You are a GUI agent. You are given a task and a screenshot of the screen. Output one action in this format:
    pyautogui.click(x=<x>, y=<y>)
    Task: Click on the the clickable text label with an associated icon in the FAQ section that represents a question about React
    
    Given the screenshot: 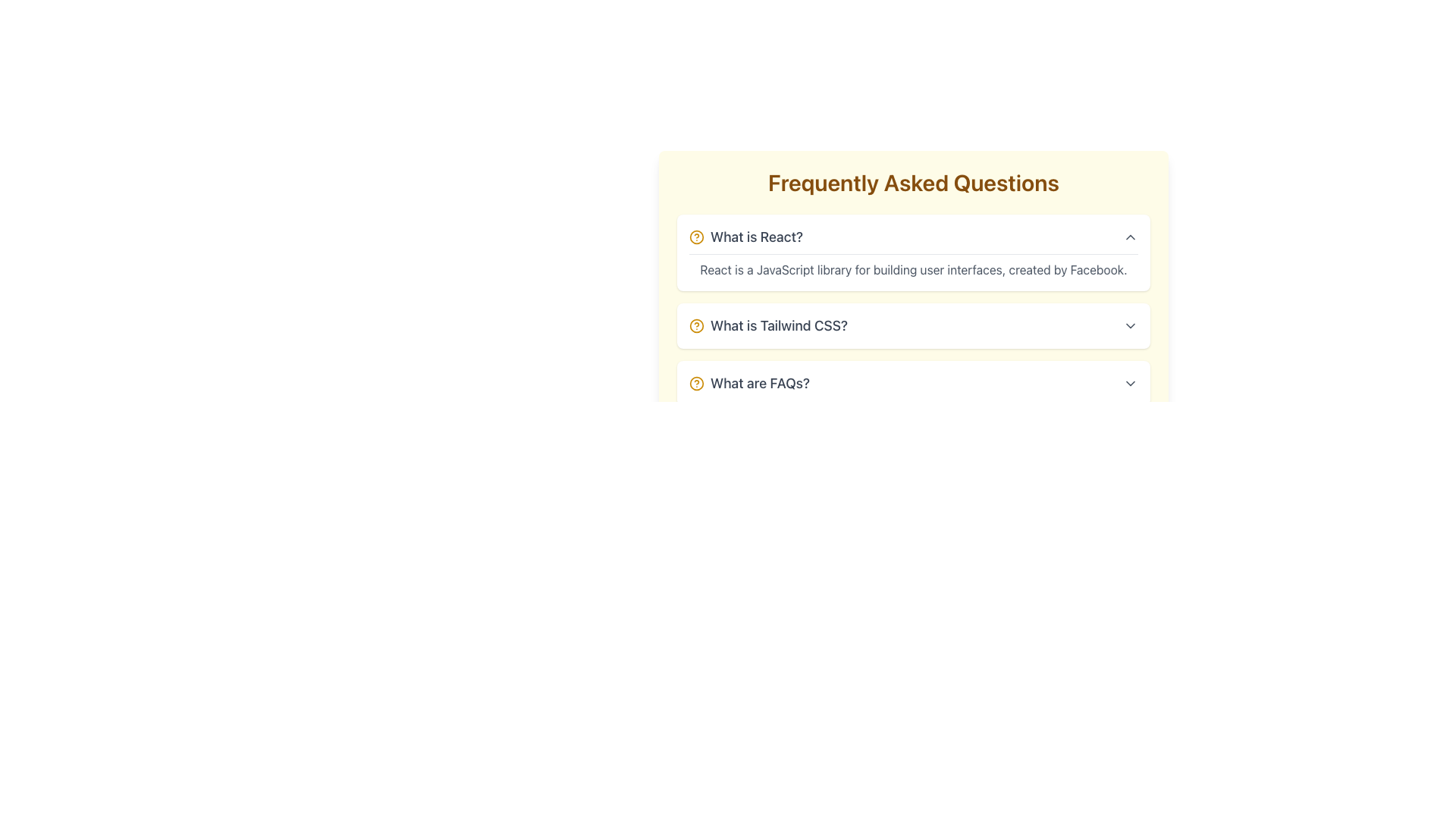 What is the action you would take?
    pyautogui.click(x=745, y=237)
    